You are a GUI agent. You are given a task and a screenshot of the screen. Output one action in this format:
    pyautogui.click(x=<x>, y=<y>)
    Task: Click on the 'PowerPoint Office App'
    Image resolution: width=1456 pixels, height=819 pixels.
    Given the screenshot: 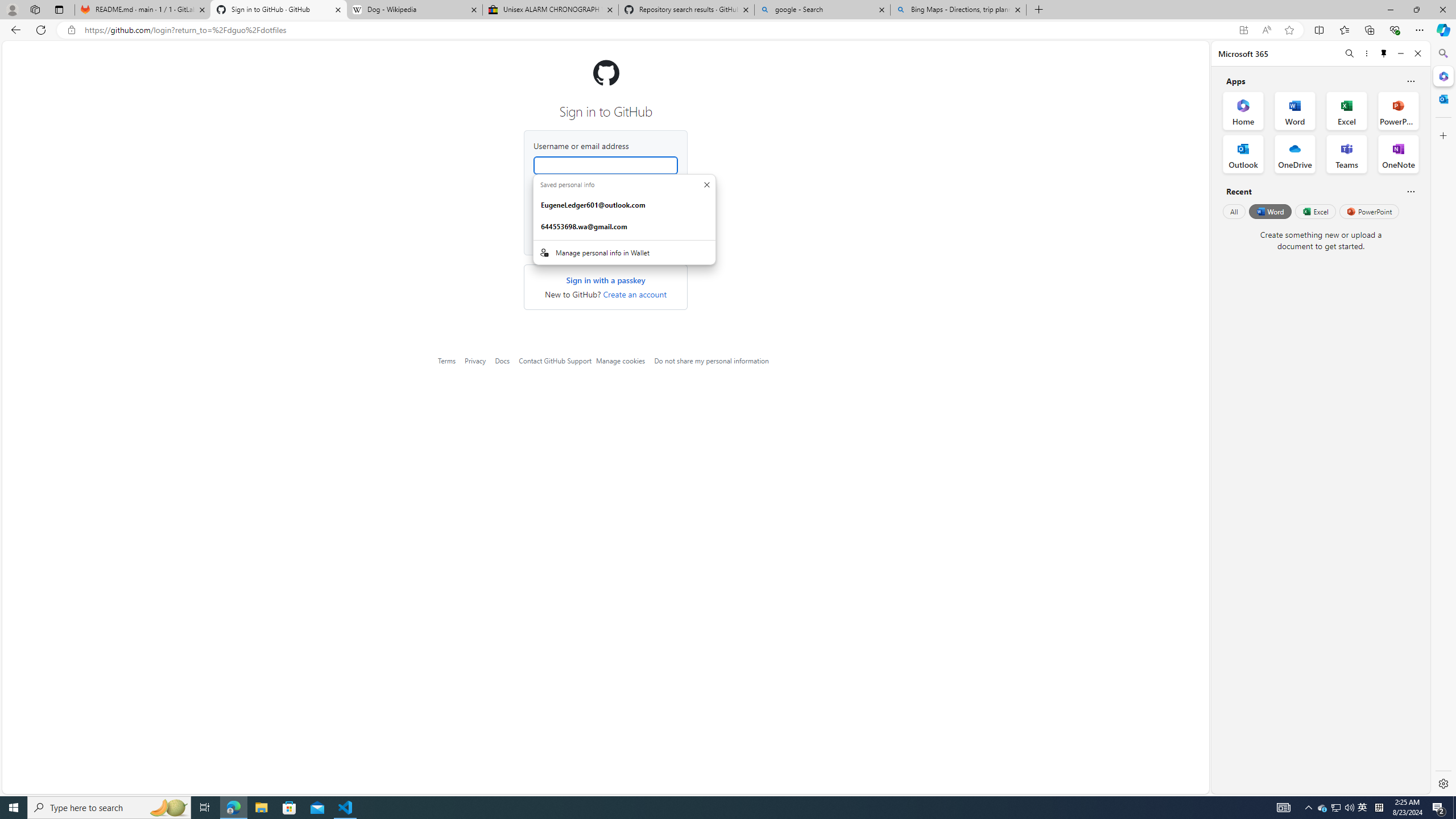 What is the action you would take?
    pyautogui.click(x=1398, y=111)
    